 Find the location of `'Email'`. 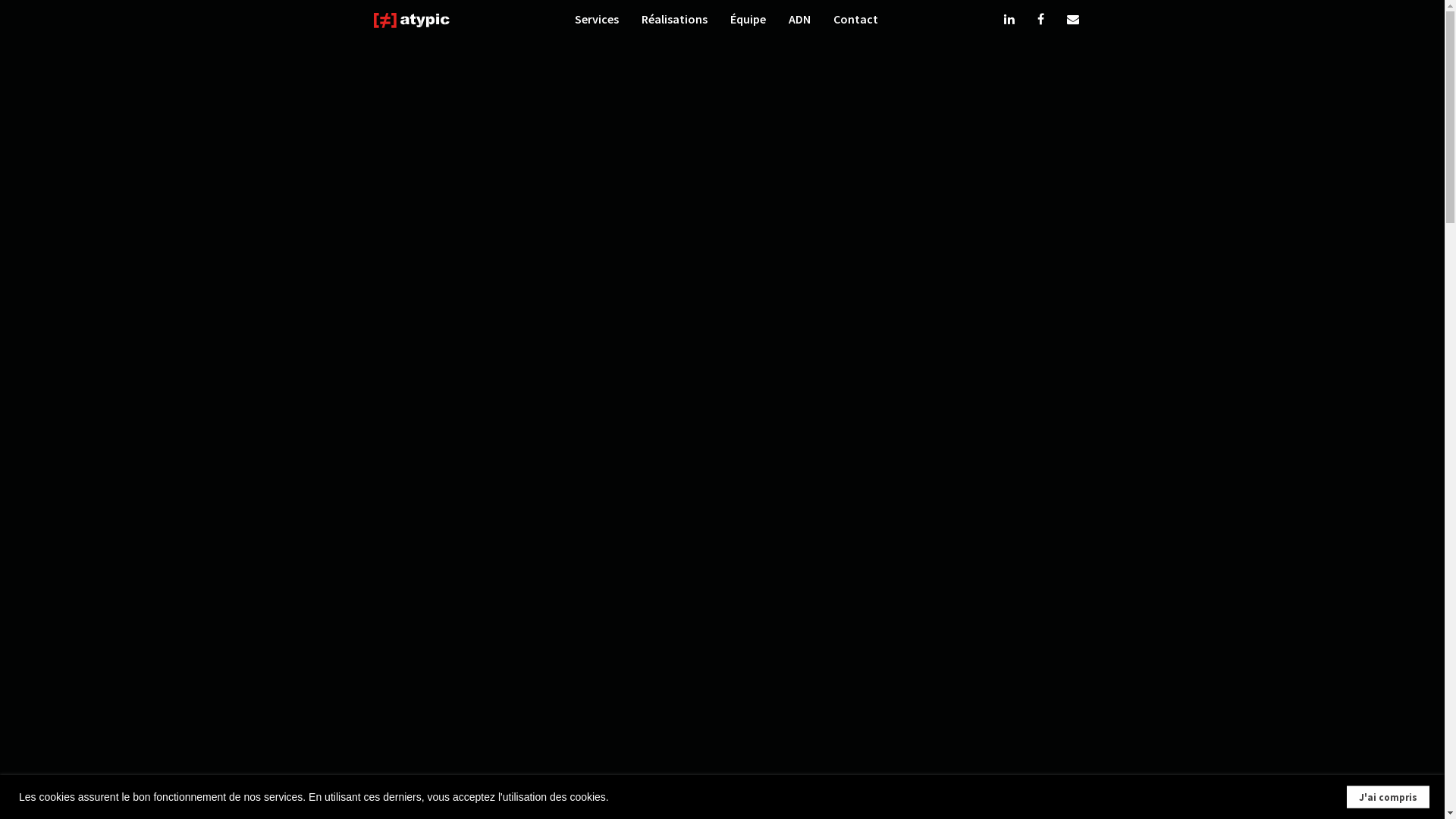

'Email' is located at coordinates (1072, 20).